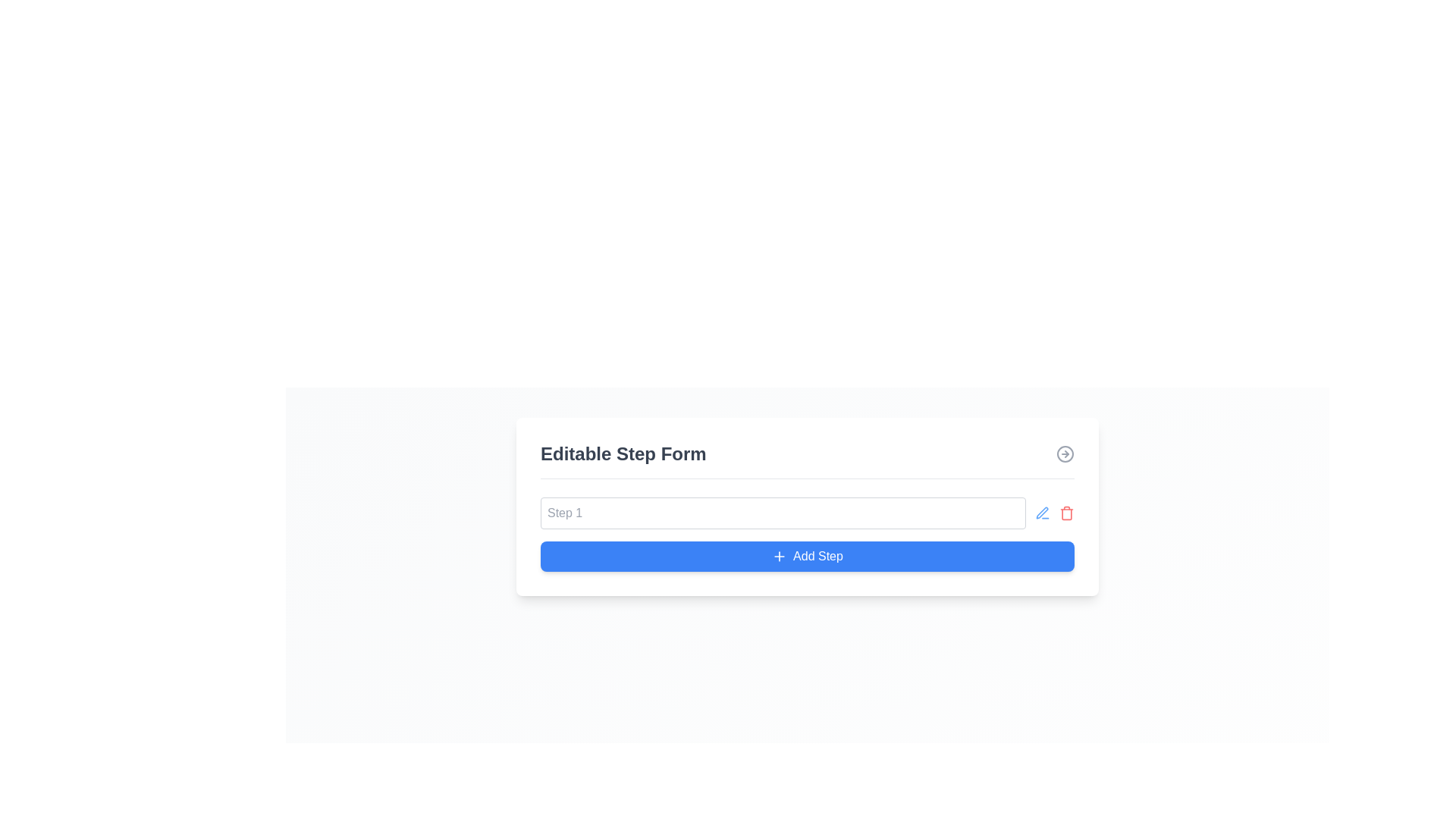 This screenshot has height=819, width=1456. Describe the element at coordinates (807, 556) in the screenshot. I see `the blue button labeled 'Add Step' with a plus sign icon` at that location.